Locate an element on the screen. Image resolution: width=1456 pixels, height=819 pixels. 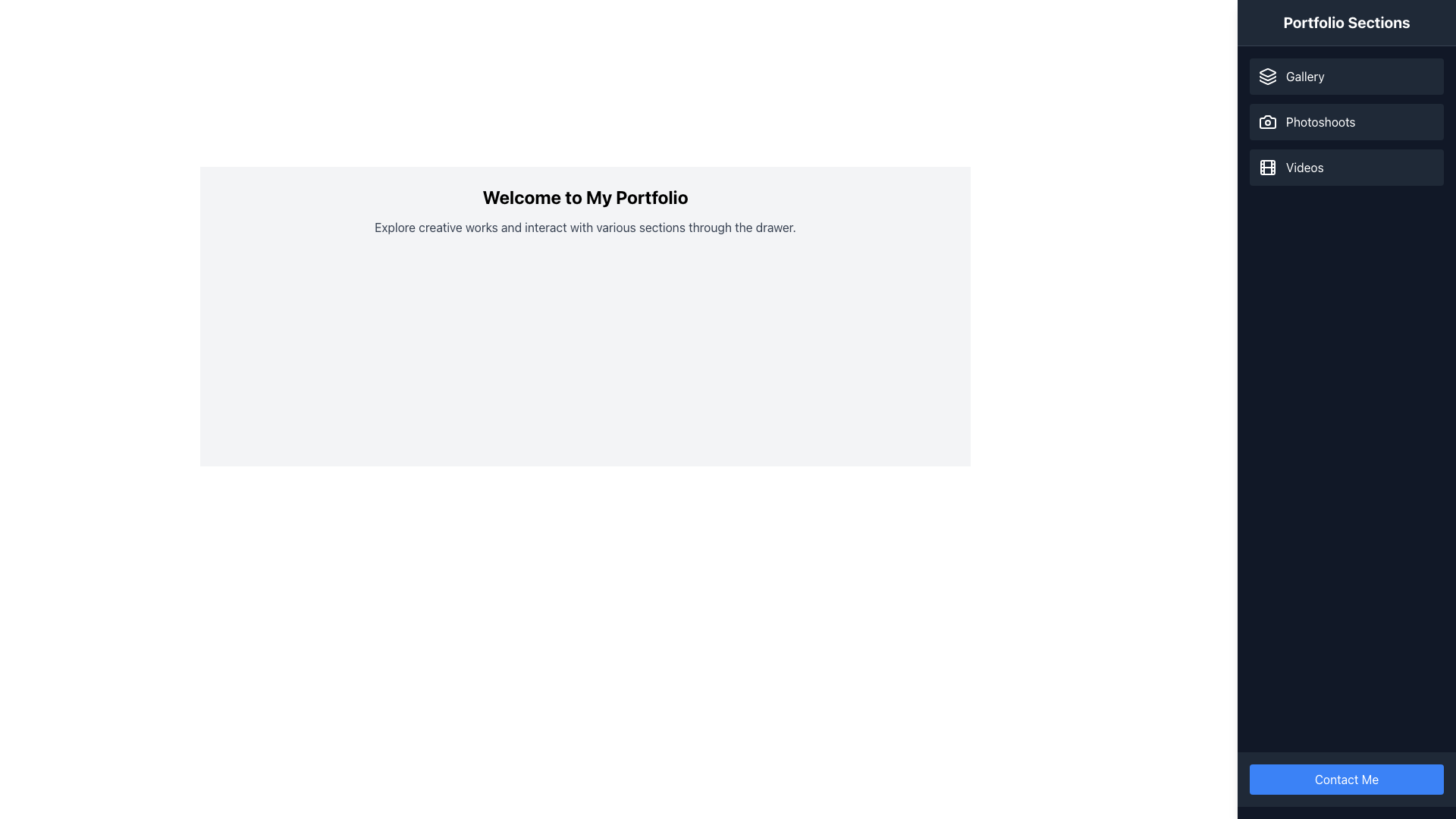
the 'Videos' text label within the sidebar navigation menu, which is the third item below 'Photoshoots' is located at coordinates (1304, 167).